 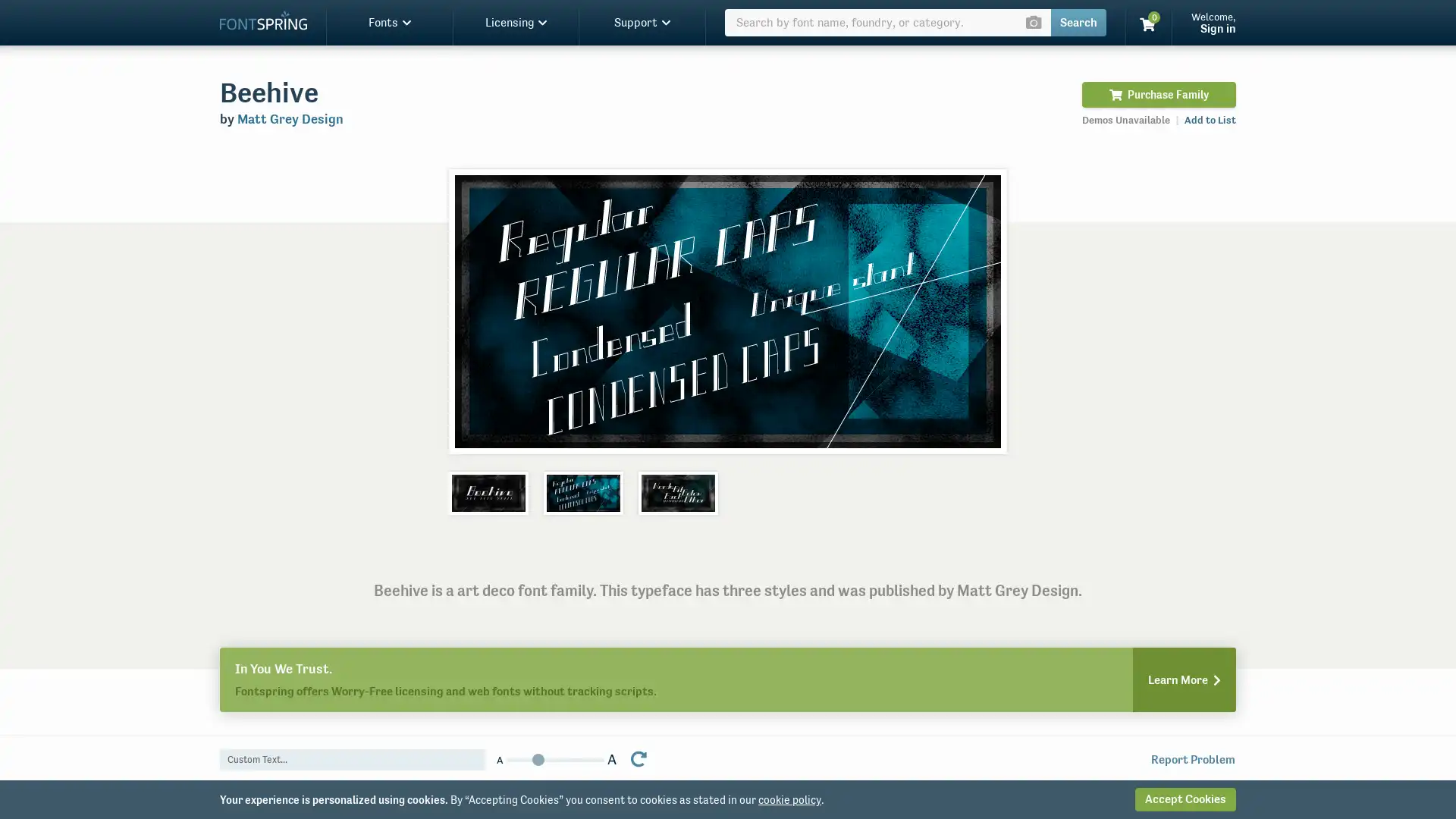 I want to click on Purchase Family, so click(x=1158, y=94).